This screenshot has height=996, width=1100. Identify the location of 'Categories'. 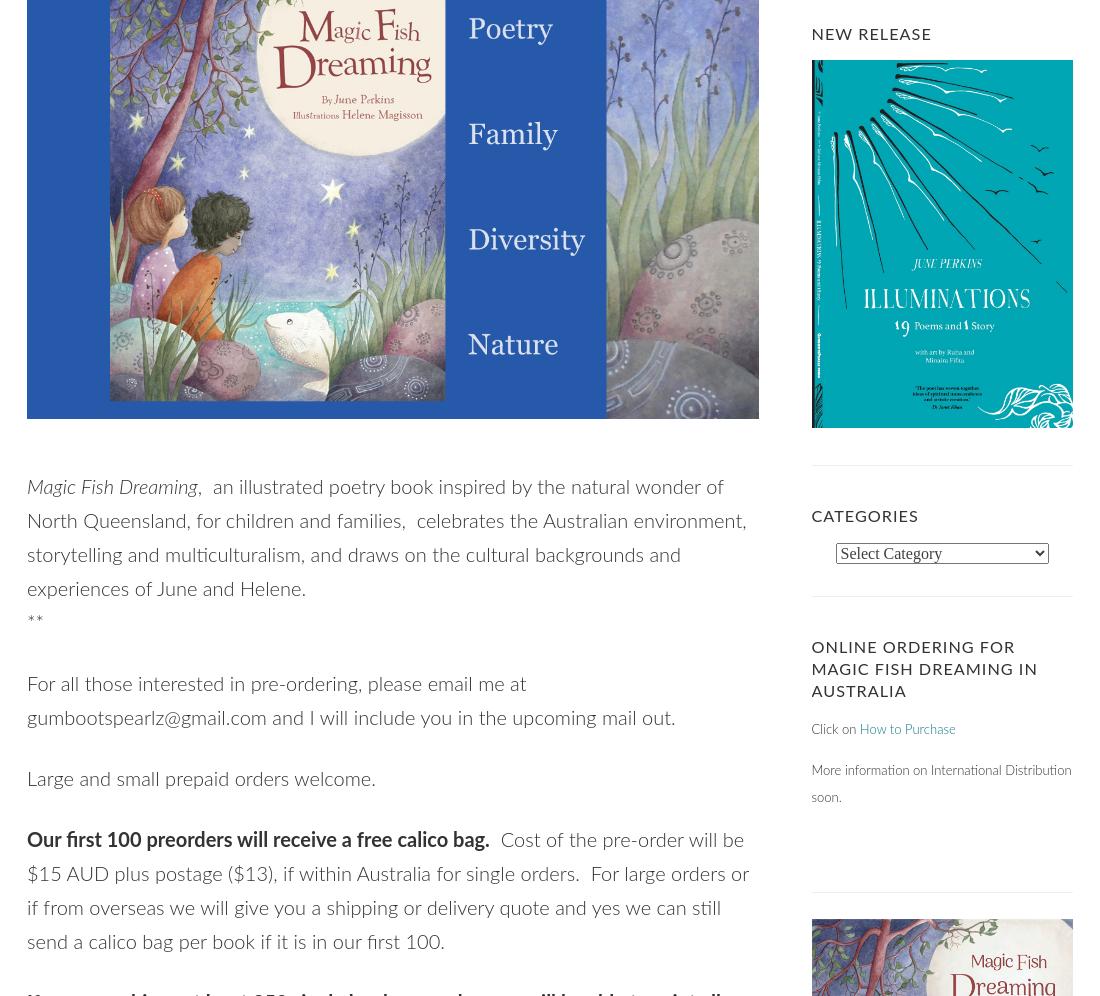
(811, 516).